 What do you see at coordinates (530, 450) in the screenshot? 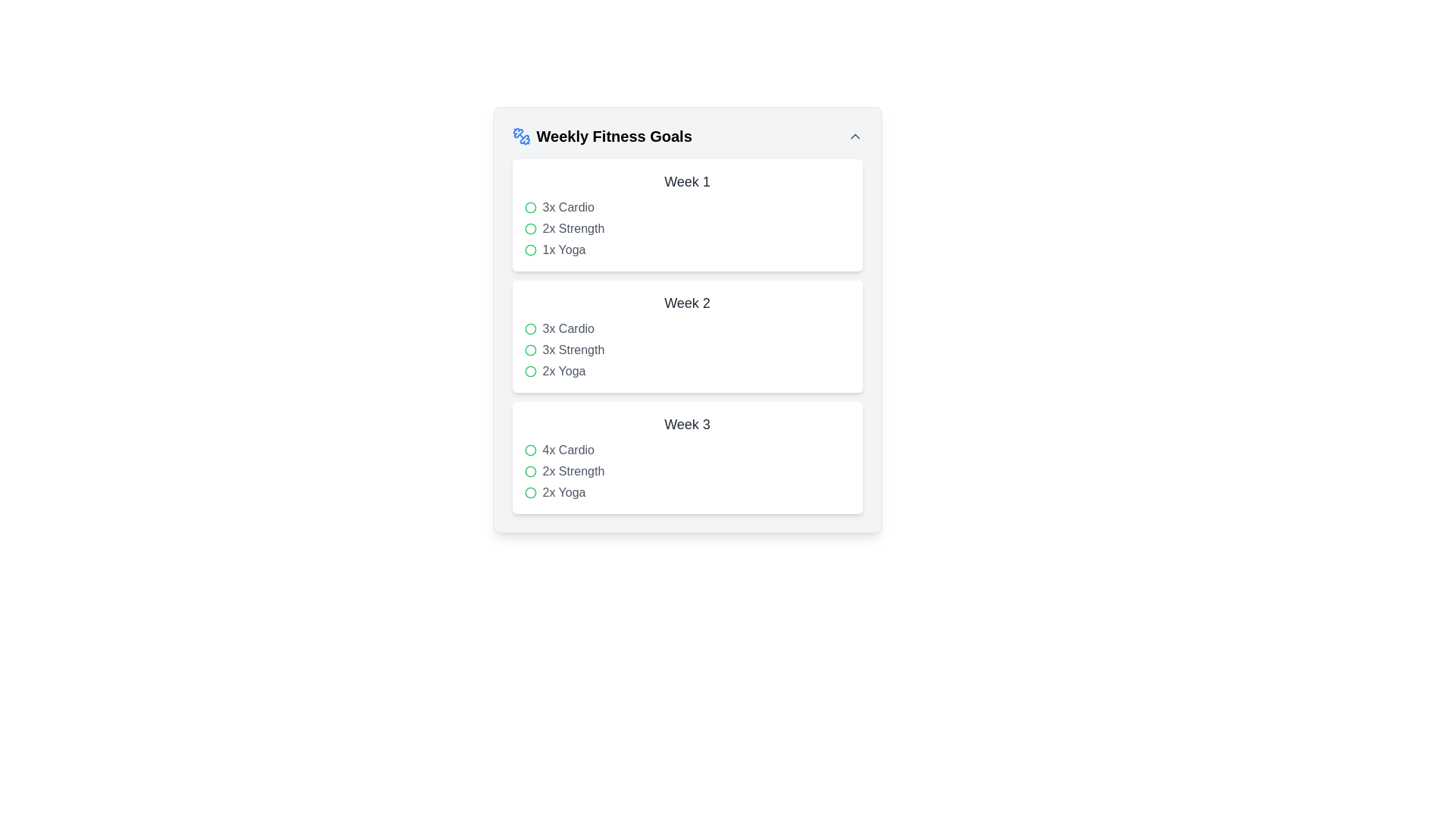
I see `the small circular icon with a green border and transparent center, which is the first item under '4x Cardio' in the 'Week 3' section of the 'Weekly Fitness Goals' card` at bounding box center [530, 450].